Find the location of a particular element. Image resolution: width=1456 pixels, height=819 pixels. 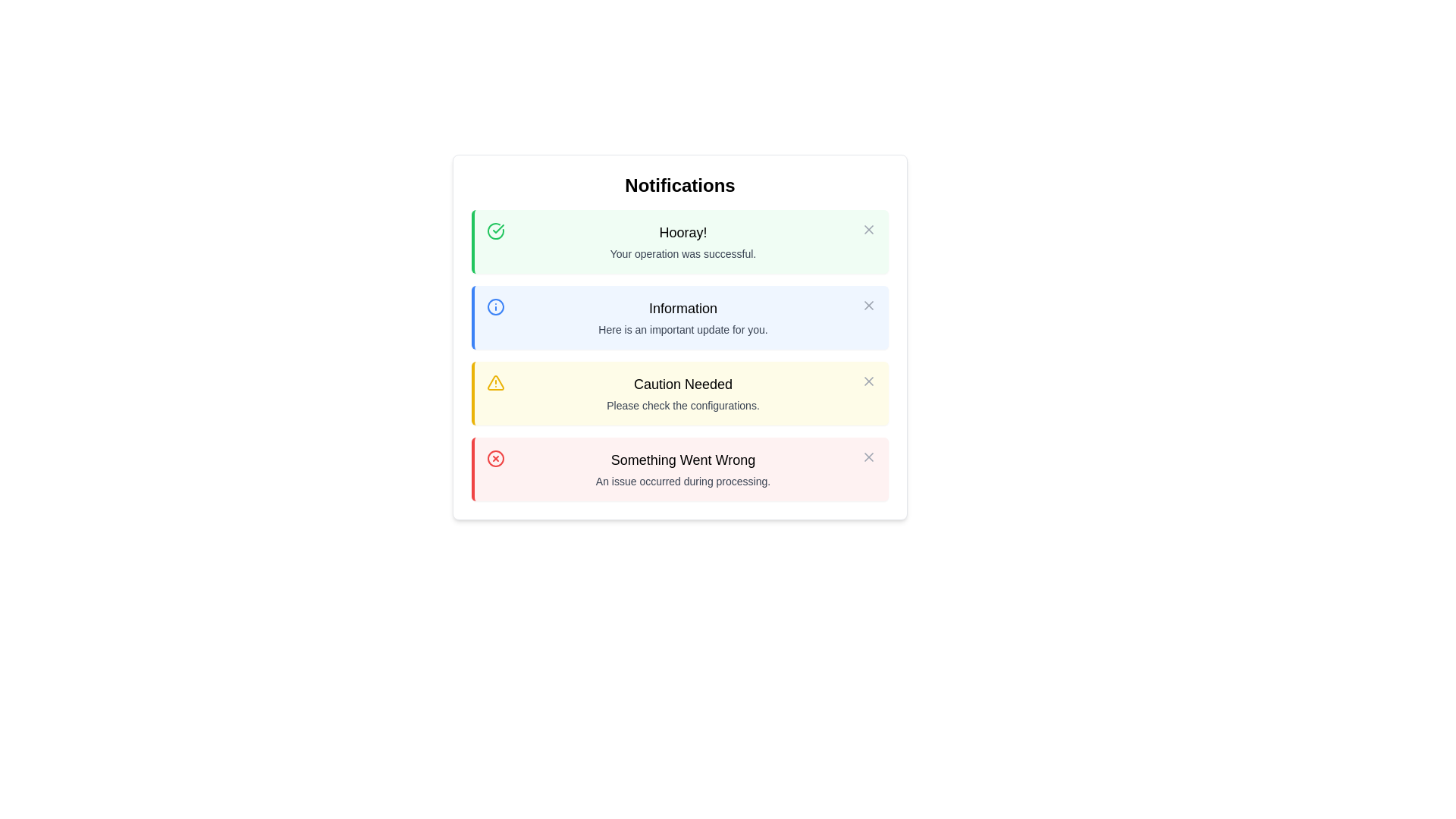

the notification titled 'Something Went Wrong' which is the last notification in the vertical list, styled with a red border and light red background is located at coordinates (679, 468).